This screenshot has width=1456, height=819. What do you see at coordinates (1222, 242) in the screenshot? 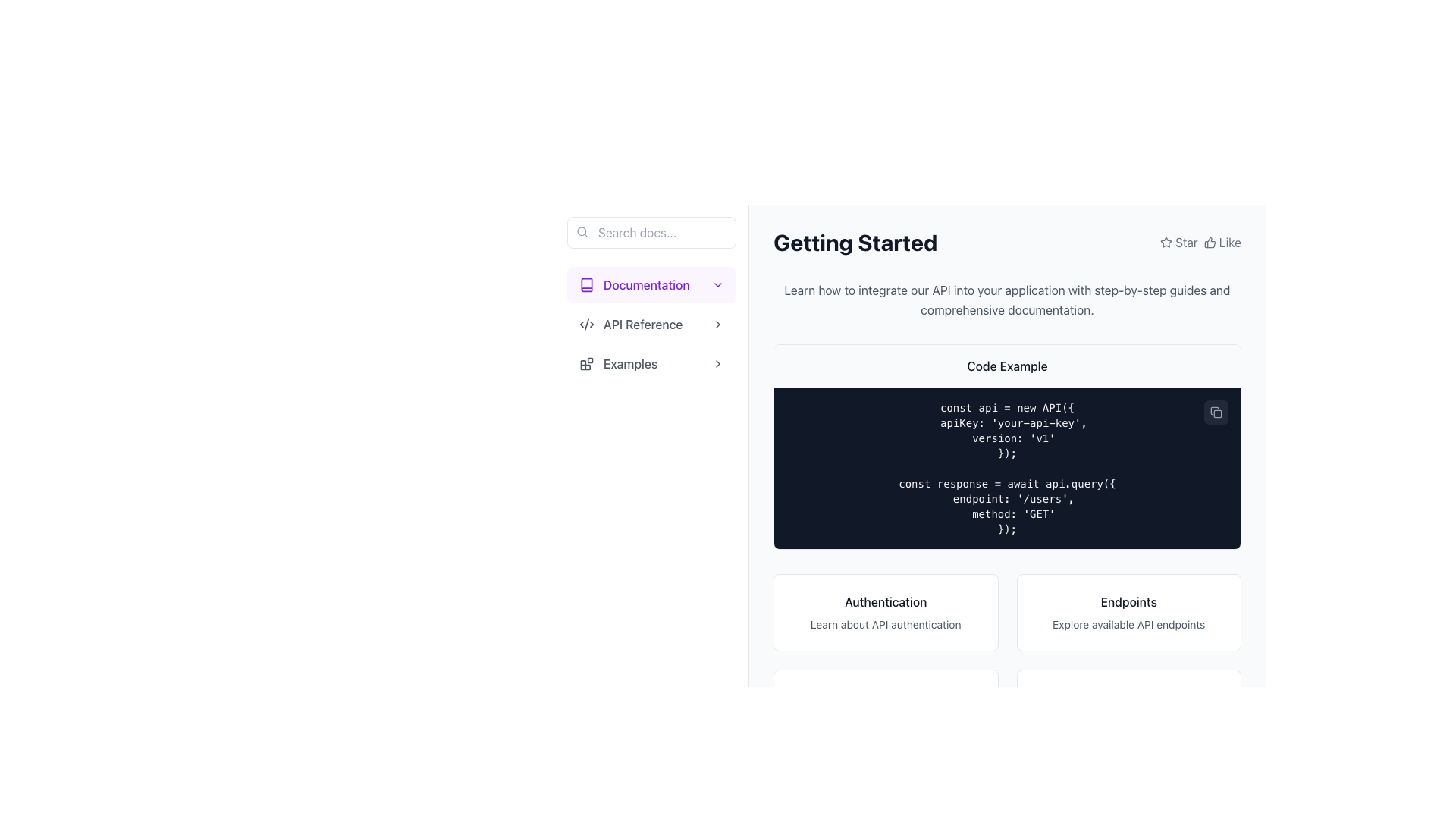
I see `the 'Like' button located in the top-right corner of the 'Getting Started' section to change its color` at bounding box center [1222, 242].